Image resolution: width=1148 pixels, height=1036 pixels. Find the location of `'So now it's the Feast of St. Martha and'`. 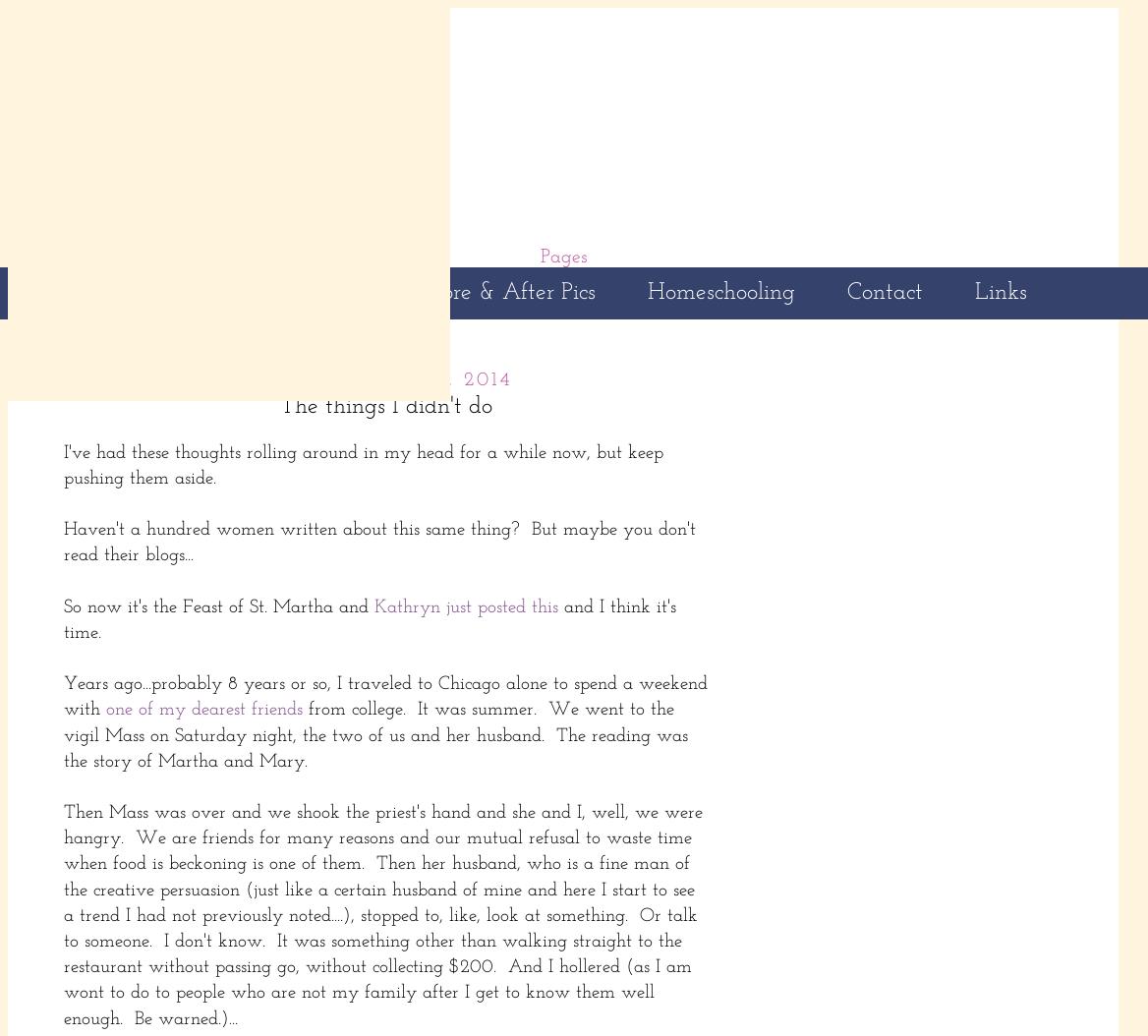

'So now it's the Feast of St. Martha and' is located at coordinates (217, 605).